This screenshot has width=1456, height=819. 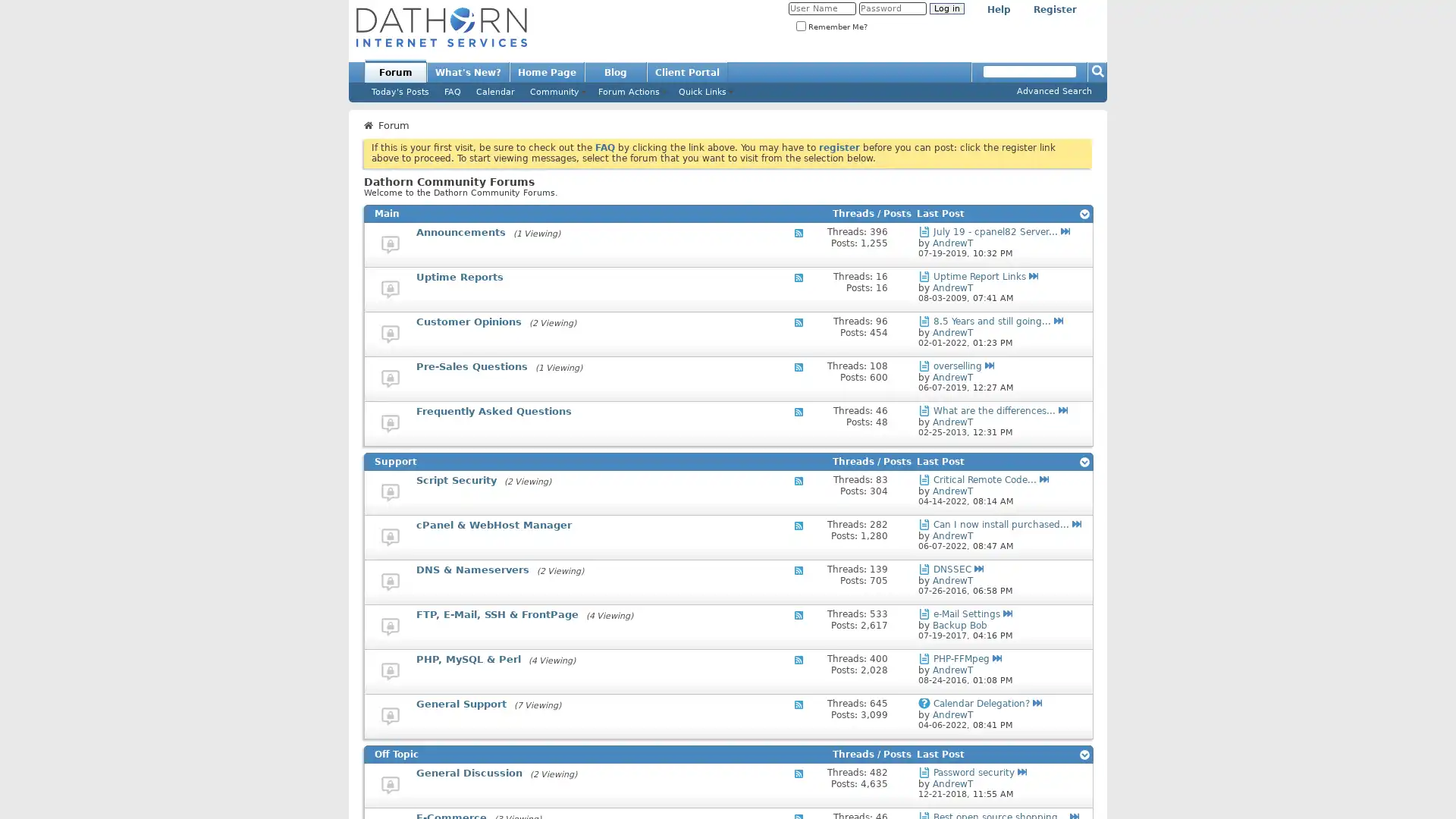 I want to click on Log in, so click(x=946, y=8).